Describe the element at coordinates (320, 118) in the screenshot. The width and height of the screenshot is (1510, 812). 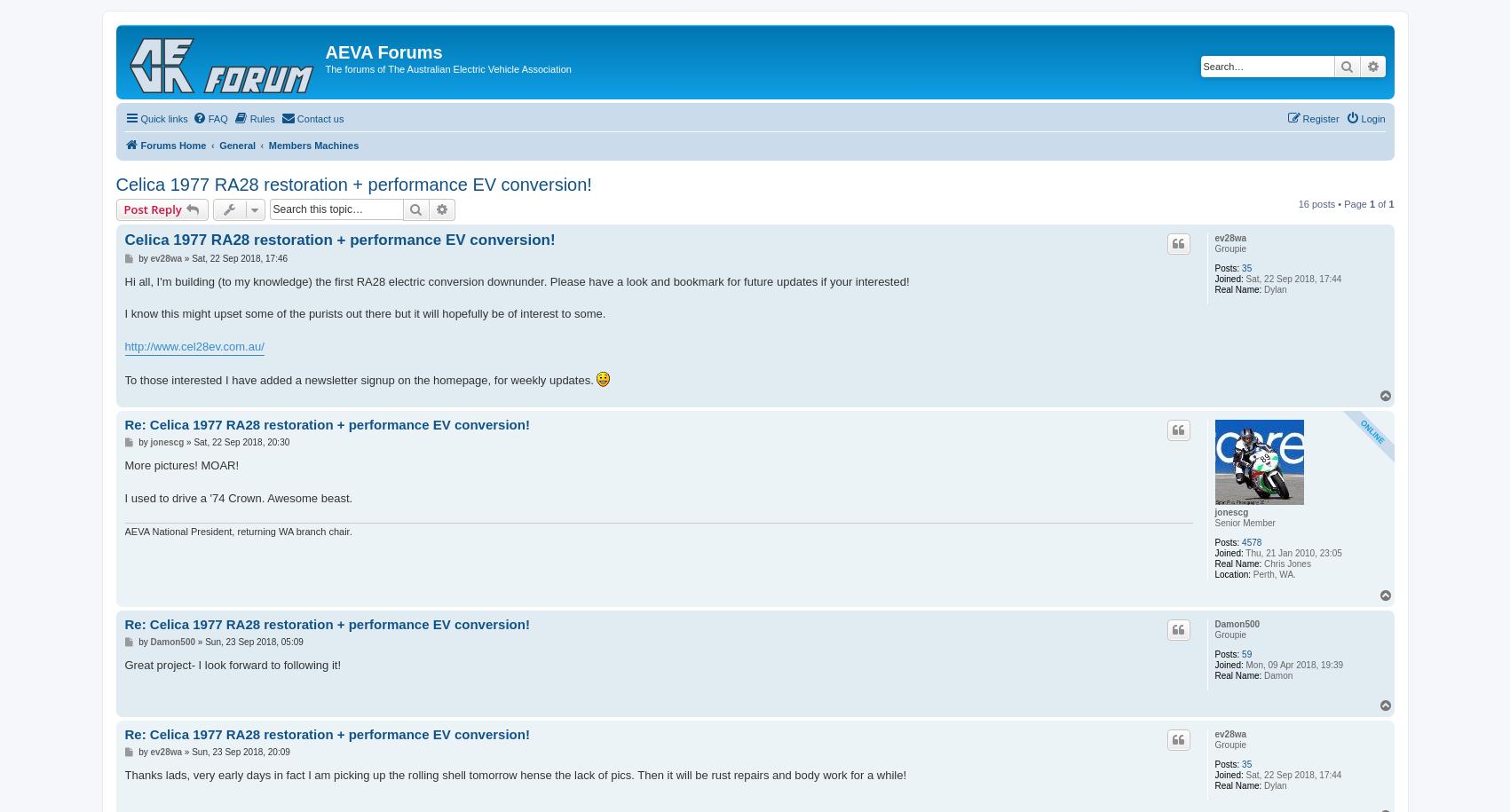
I see `'Contact us'` at that location.